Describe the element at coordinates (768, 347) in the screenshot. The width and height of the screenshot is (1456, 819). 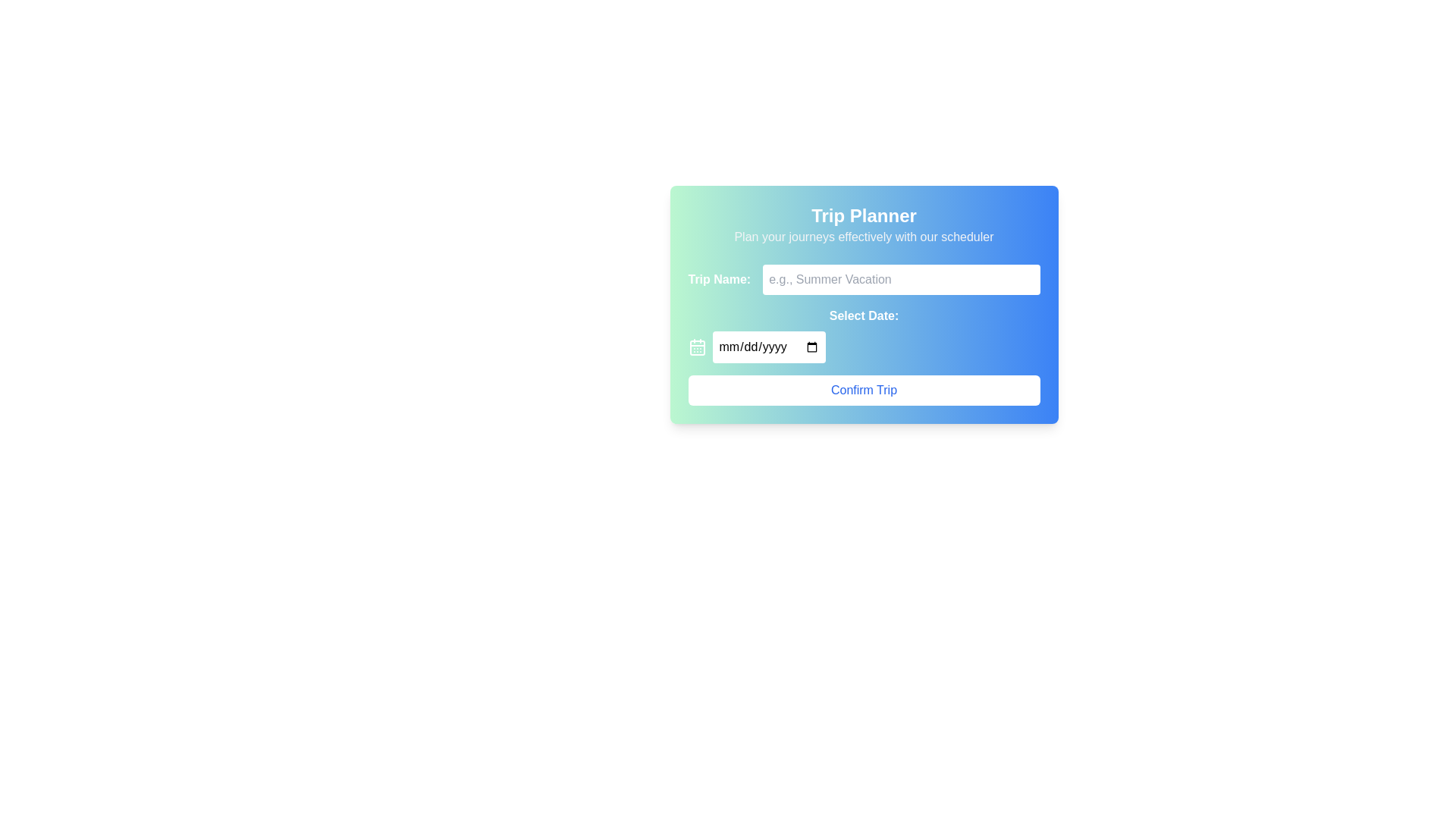
I see `the Date input field located beneath the 'Select Date:' label` at that location.